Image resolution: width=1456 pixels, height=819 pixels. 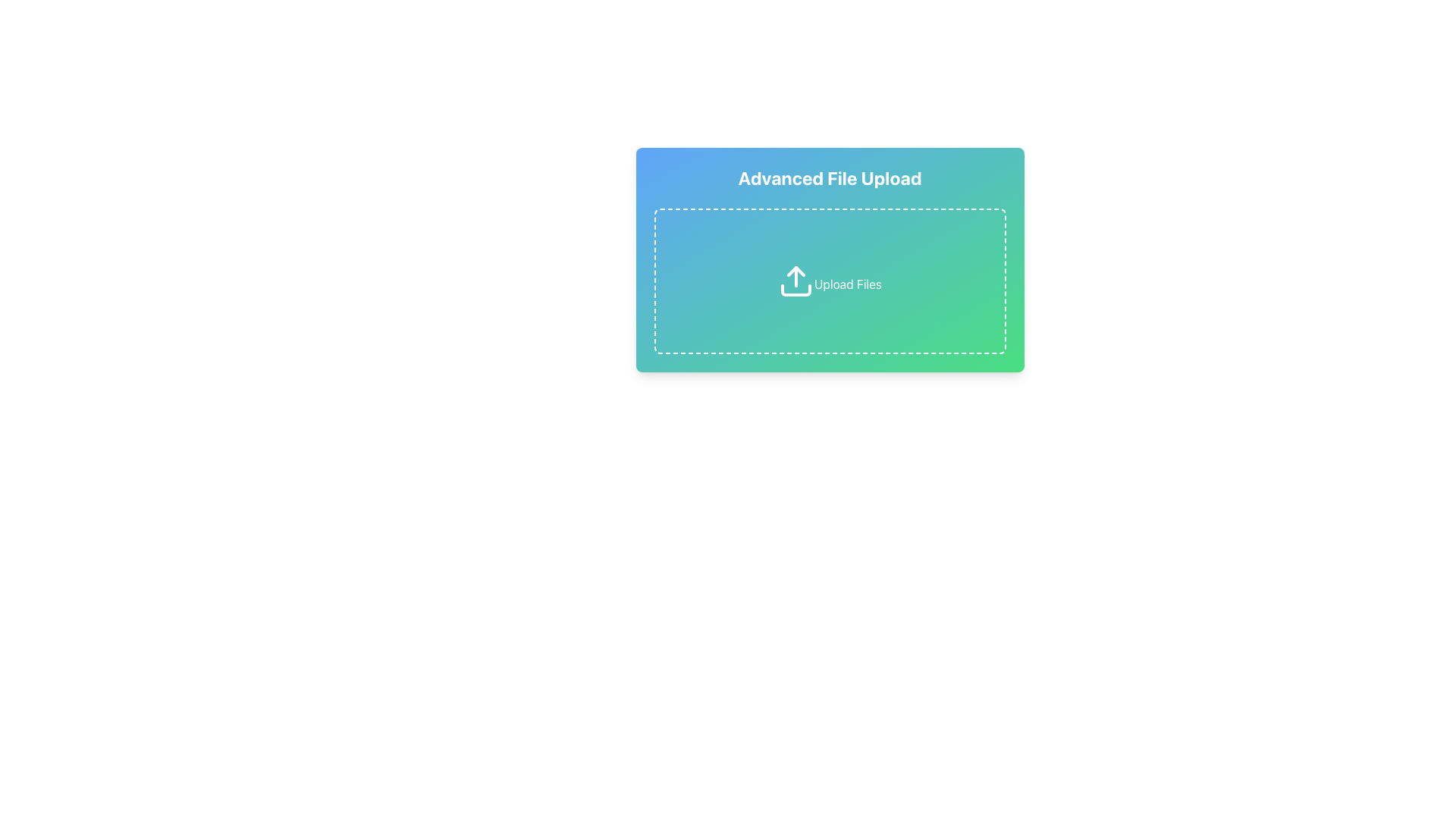 What do you see at coordinates (847, 284) in the screenshot?
I see `the text label 'Upload Files' which is styled in white color and positioned below an upload icon within a dashed border box in a green-blue gradient background` at bounding box center [847, 284].